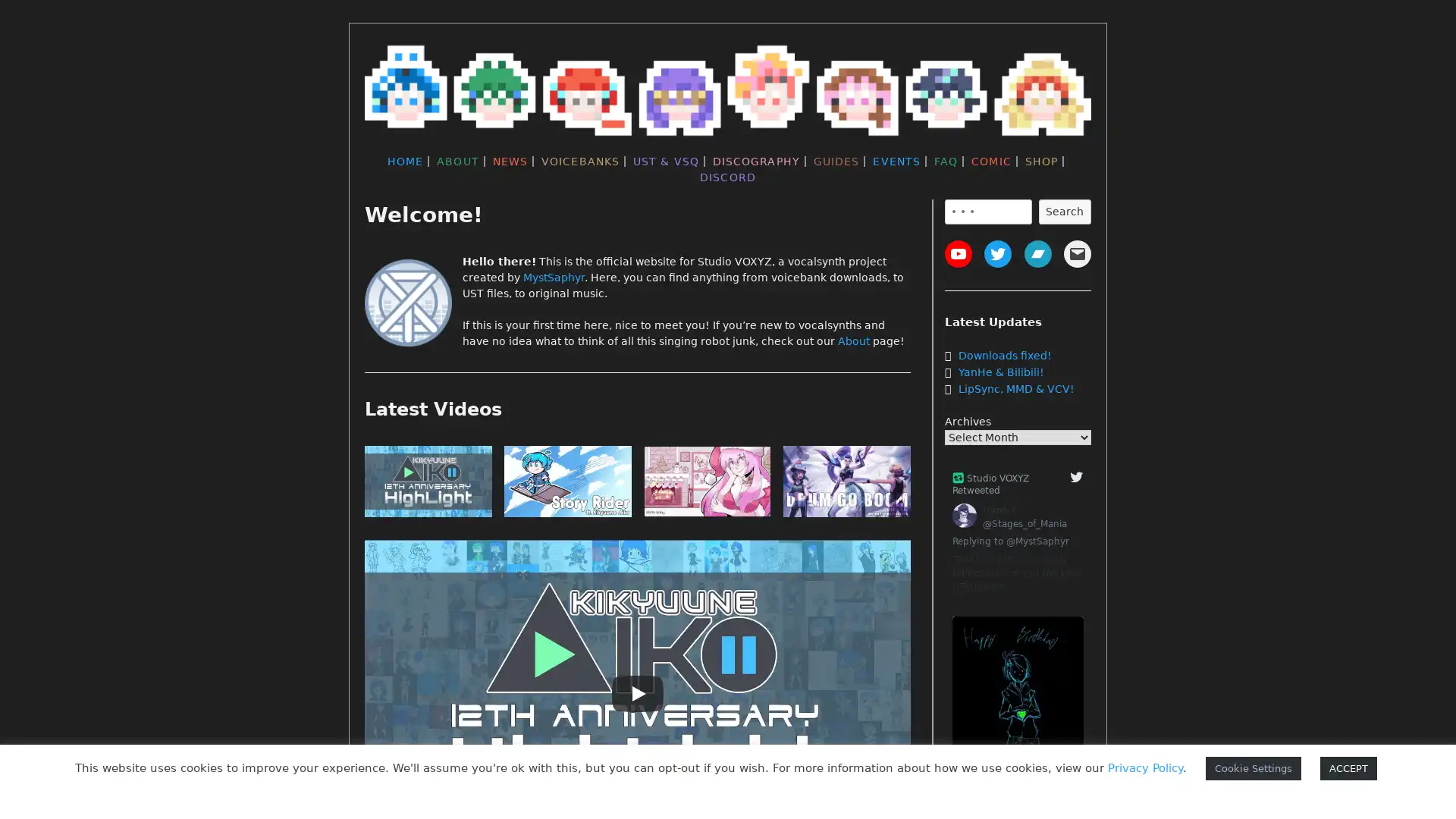 The image size is (1456, 819). I want to click on Play, so click(637, 693).